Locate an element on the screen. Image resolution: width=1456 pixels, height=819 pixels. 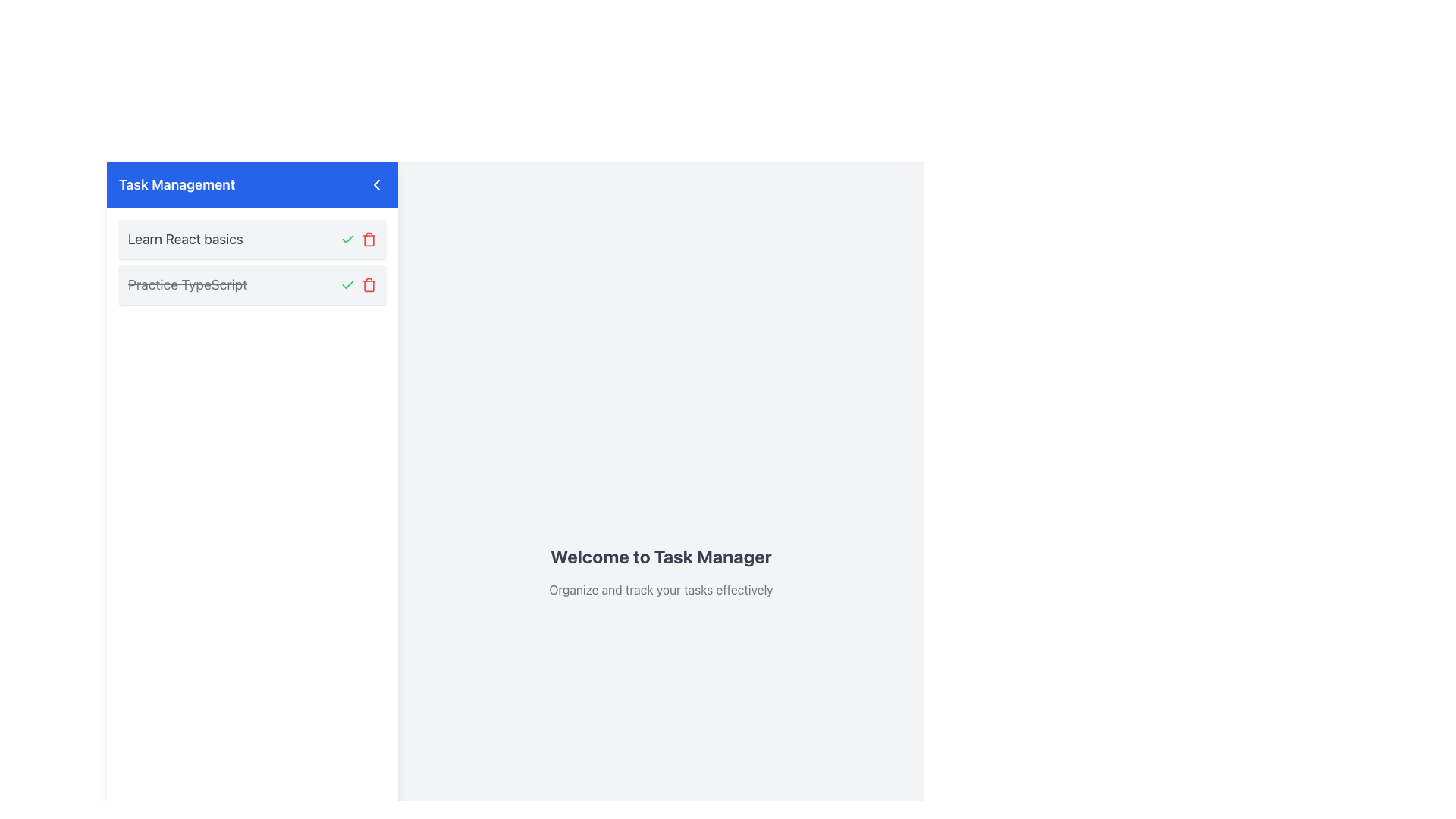
the SVG chevron-left icon located in the navigation panel at the top left of the interface, adjacent to the 'Task Management' label is located at coordinates (377, 184).